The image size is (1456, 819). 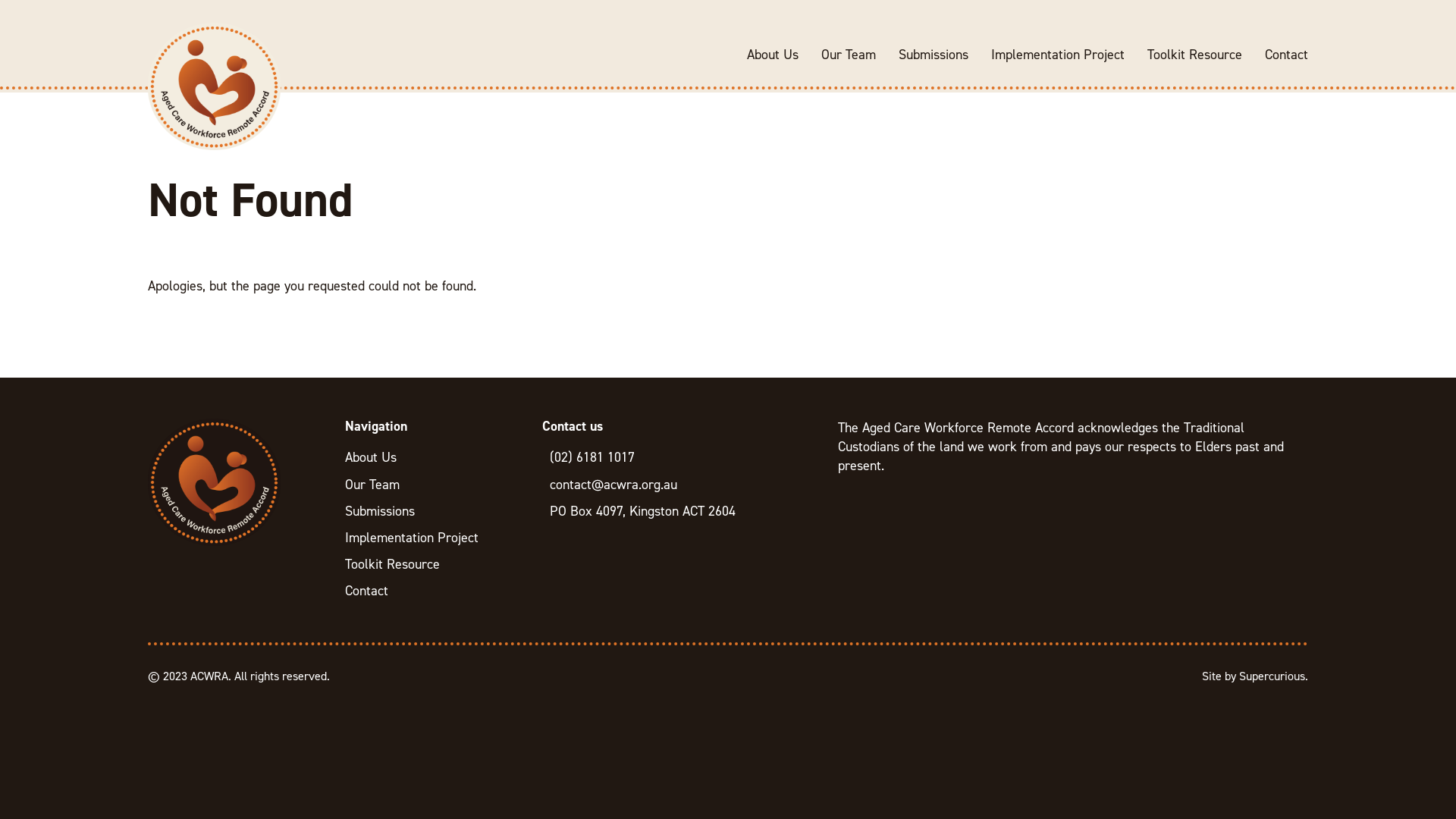 I want to click on 'Implementation Project', so click(x=1057, y=54).